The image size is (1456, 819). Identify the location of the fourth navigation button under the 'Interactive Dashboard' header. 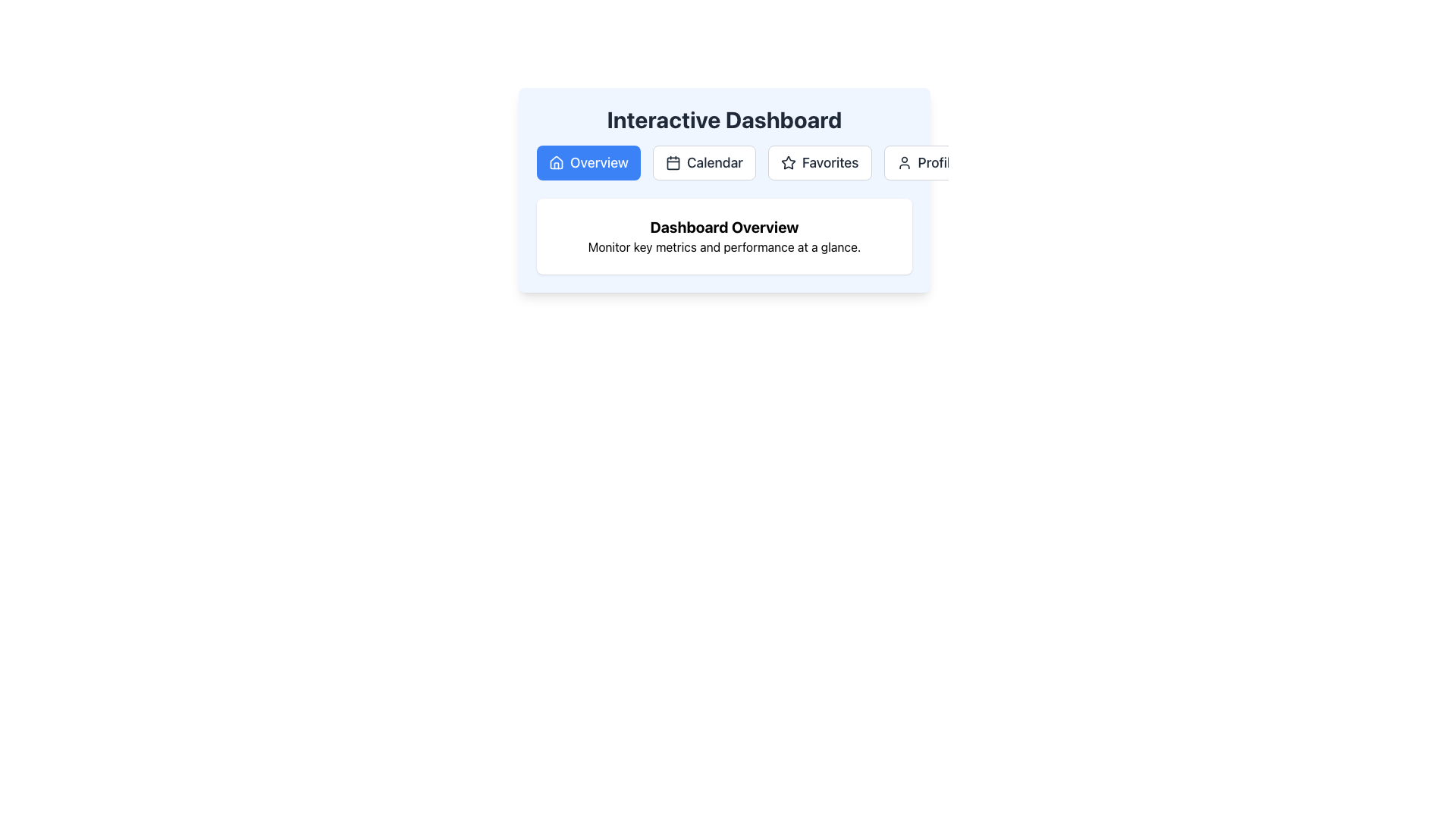
(926, 163).